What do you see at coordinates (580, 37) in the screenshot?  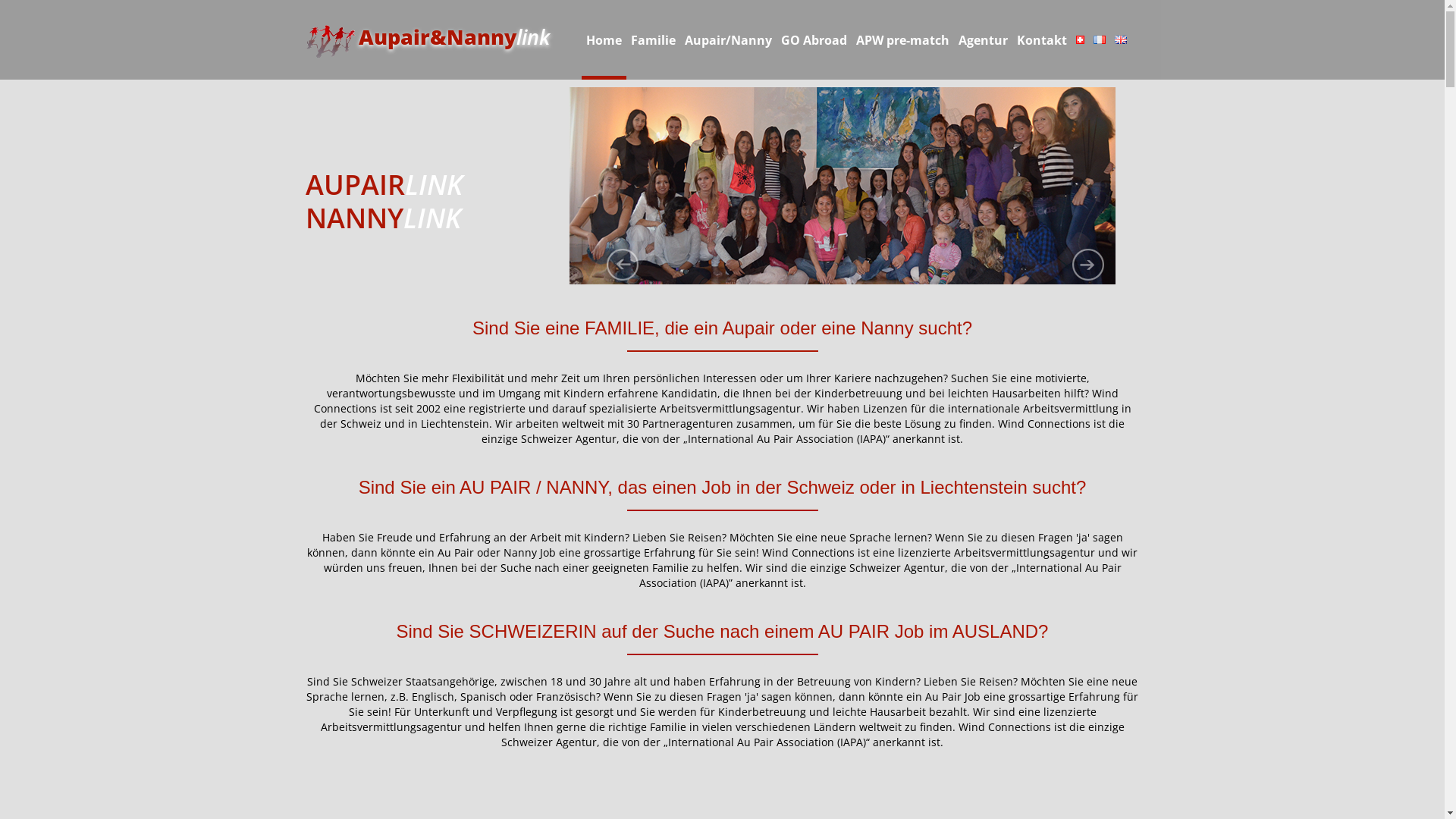 I see `'Home'` at bounding box center [580, 37].